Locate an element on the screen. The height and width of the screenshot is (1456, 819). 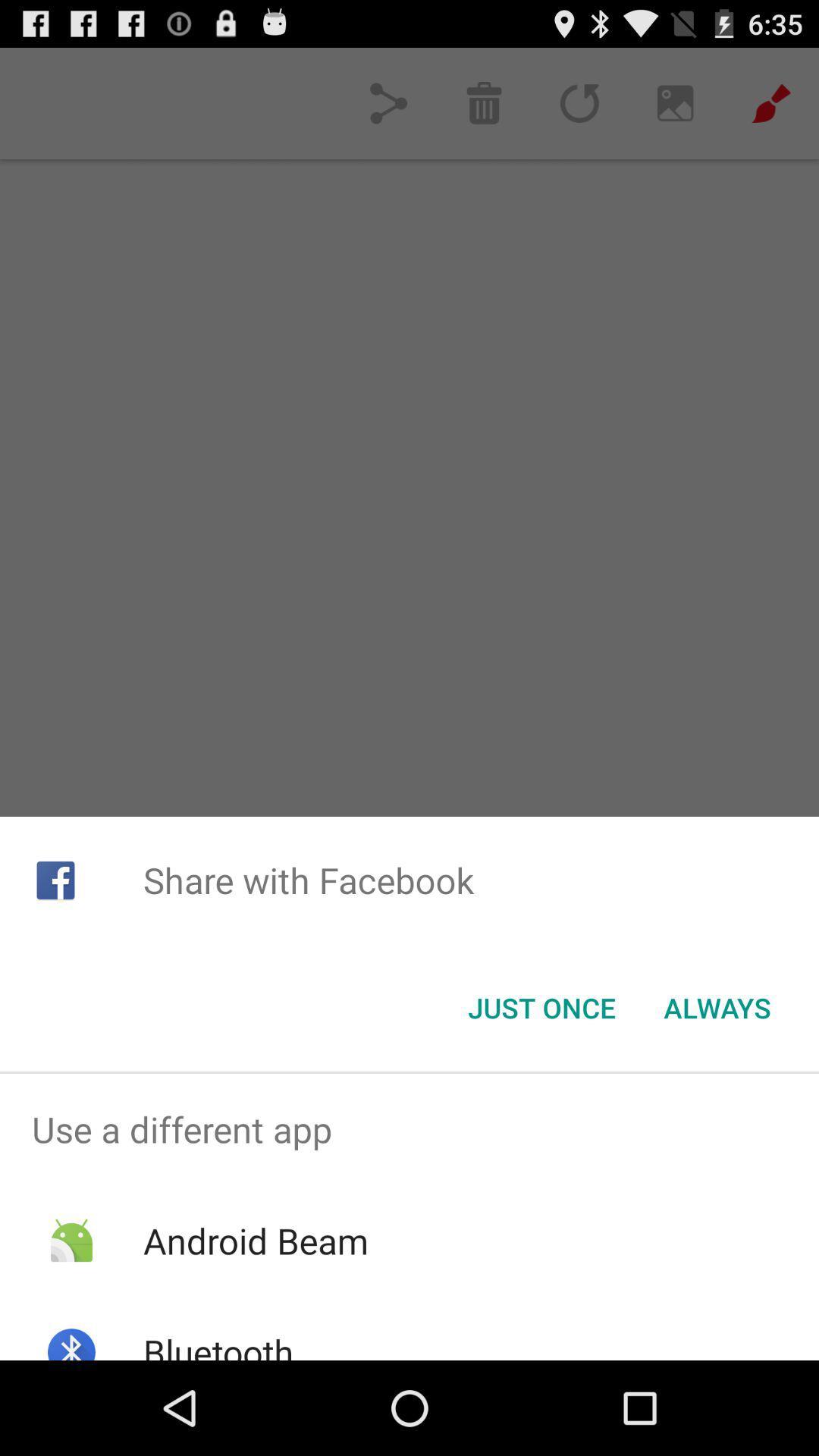
the icon next to the just once icon is located at coordinates (717, 1008).